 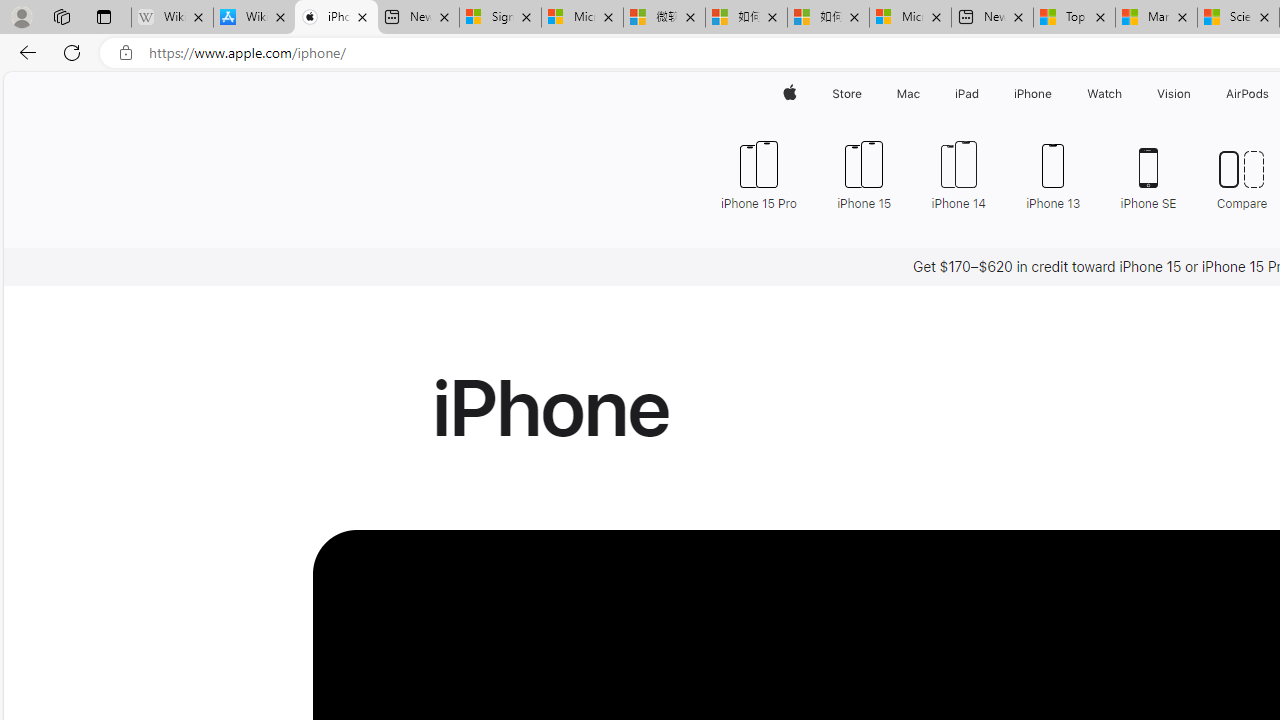 What do you see at coordinates (1126, 93) in the screenshot?
I see `'Watch menu'` at bounding box center [1126, 93].